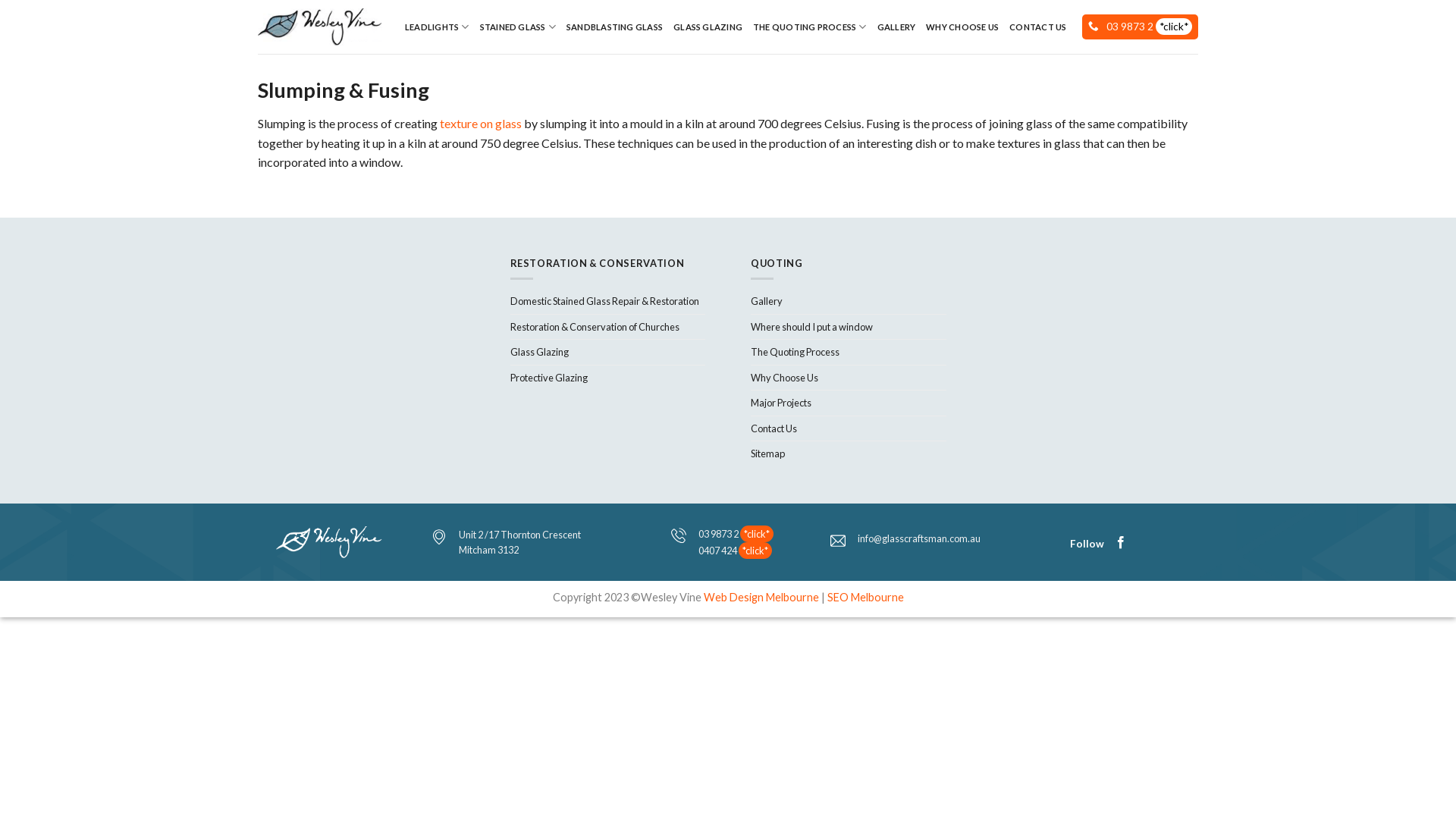 This screenshot has height=819, width=1456. I want to click on 'info@glasscraftsman.com.au', so click(918, 537).